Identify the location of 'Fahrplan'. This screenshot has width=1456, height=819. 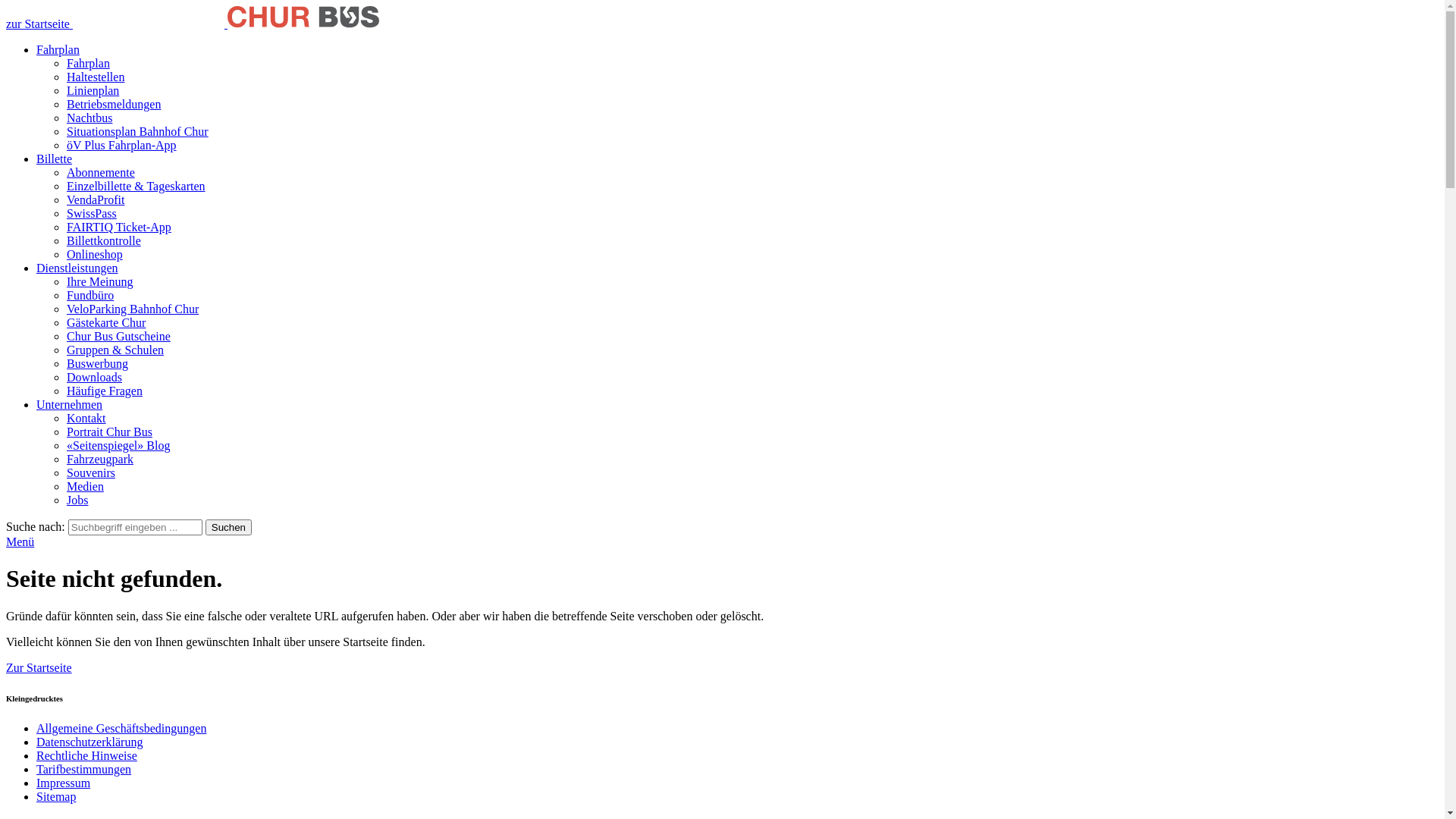
(58, 49).